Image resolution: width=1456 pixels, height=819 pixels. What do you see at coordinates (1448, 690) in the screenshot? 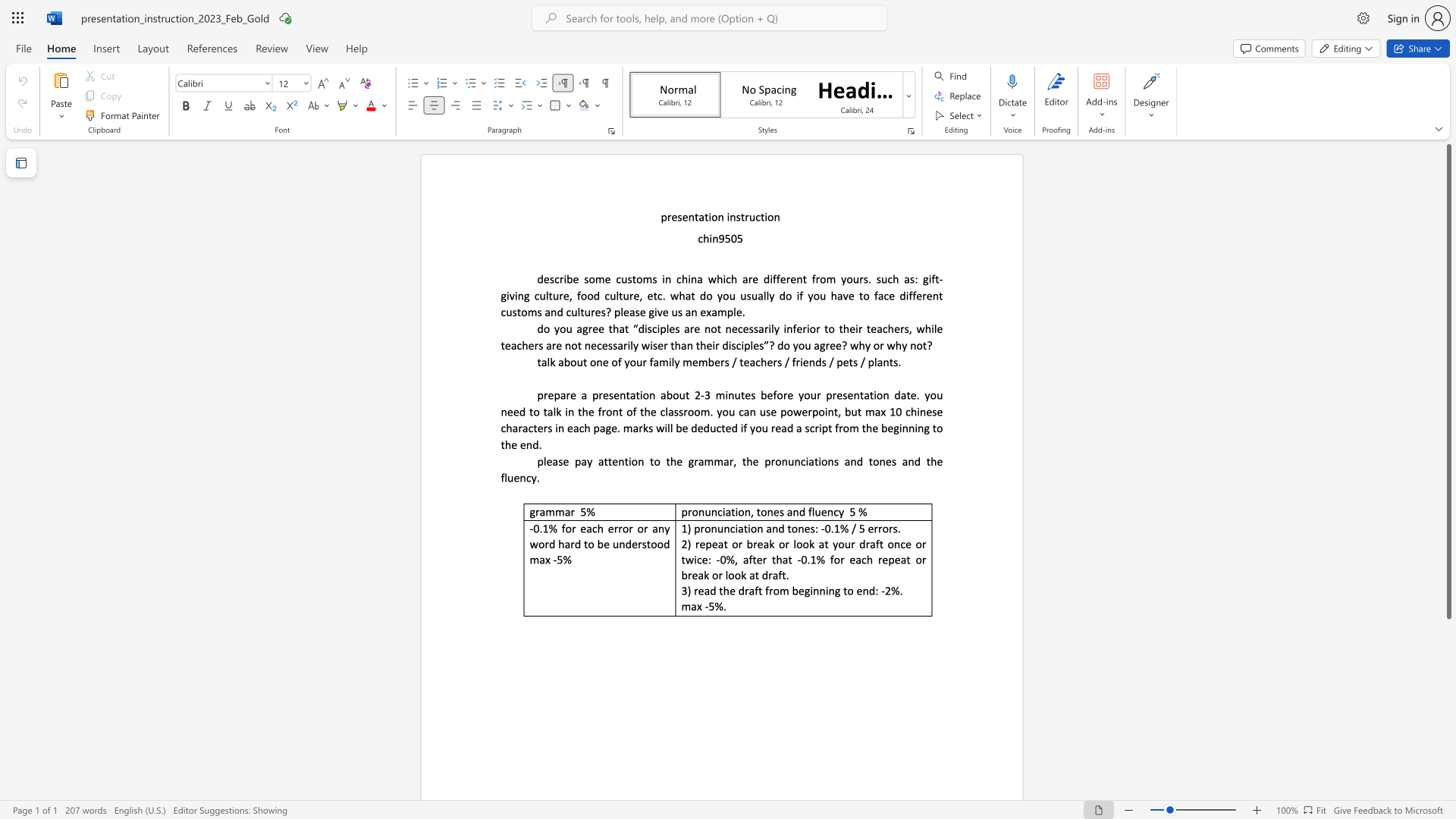
I see `the scrollbar on the right` at bounding box center [1448, 690].